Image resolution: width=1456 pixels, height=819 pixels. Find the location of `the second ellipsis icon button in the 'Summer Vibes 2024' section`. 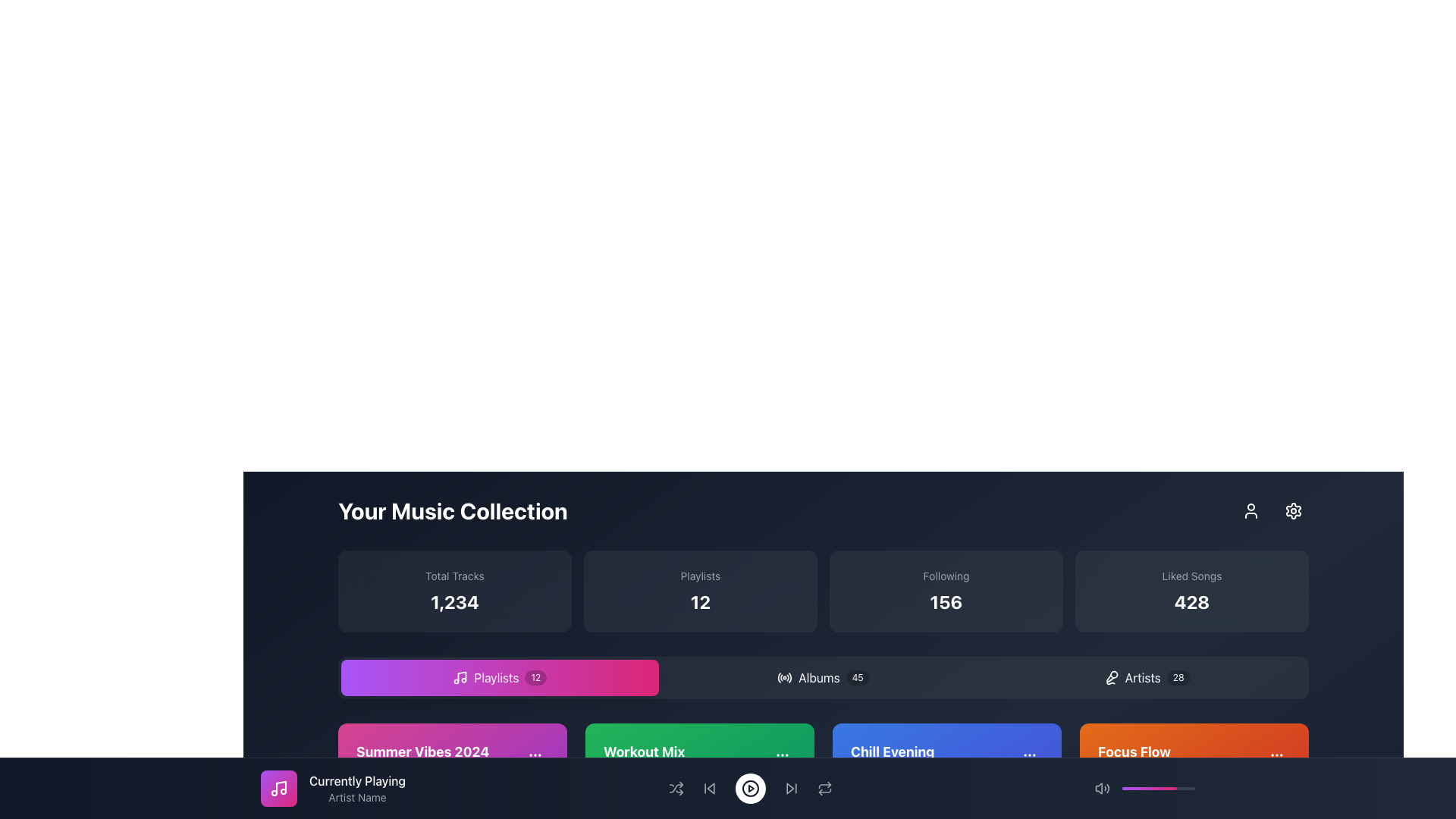

the second ellipsis icon button in the 'Summer Vibes 2024' section is located at coordinates (535, 755).